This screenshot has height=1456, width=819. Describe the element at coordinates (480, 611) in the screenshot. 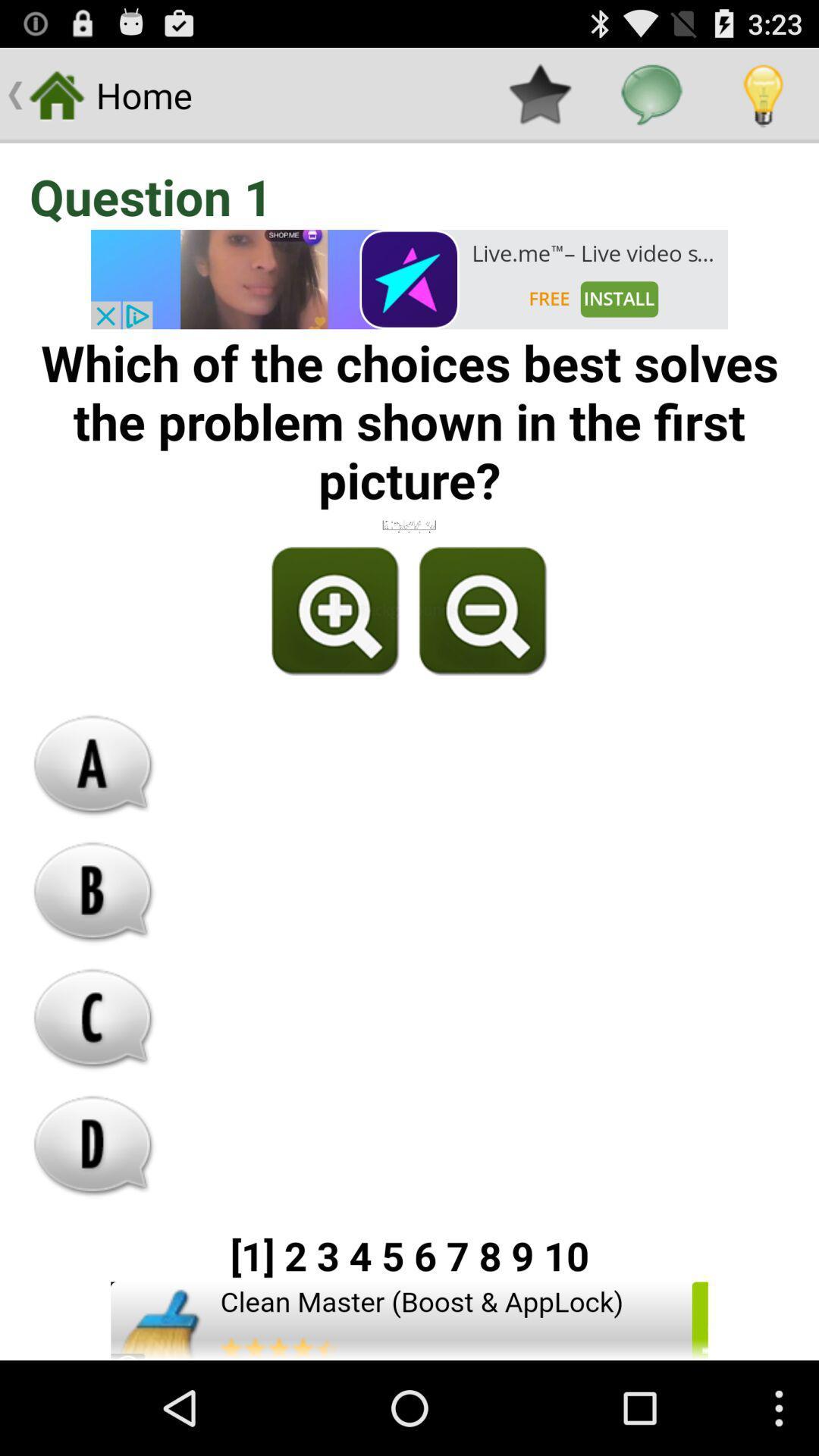

I see `the zoom out icon shown at the center of the page` at that location.